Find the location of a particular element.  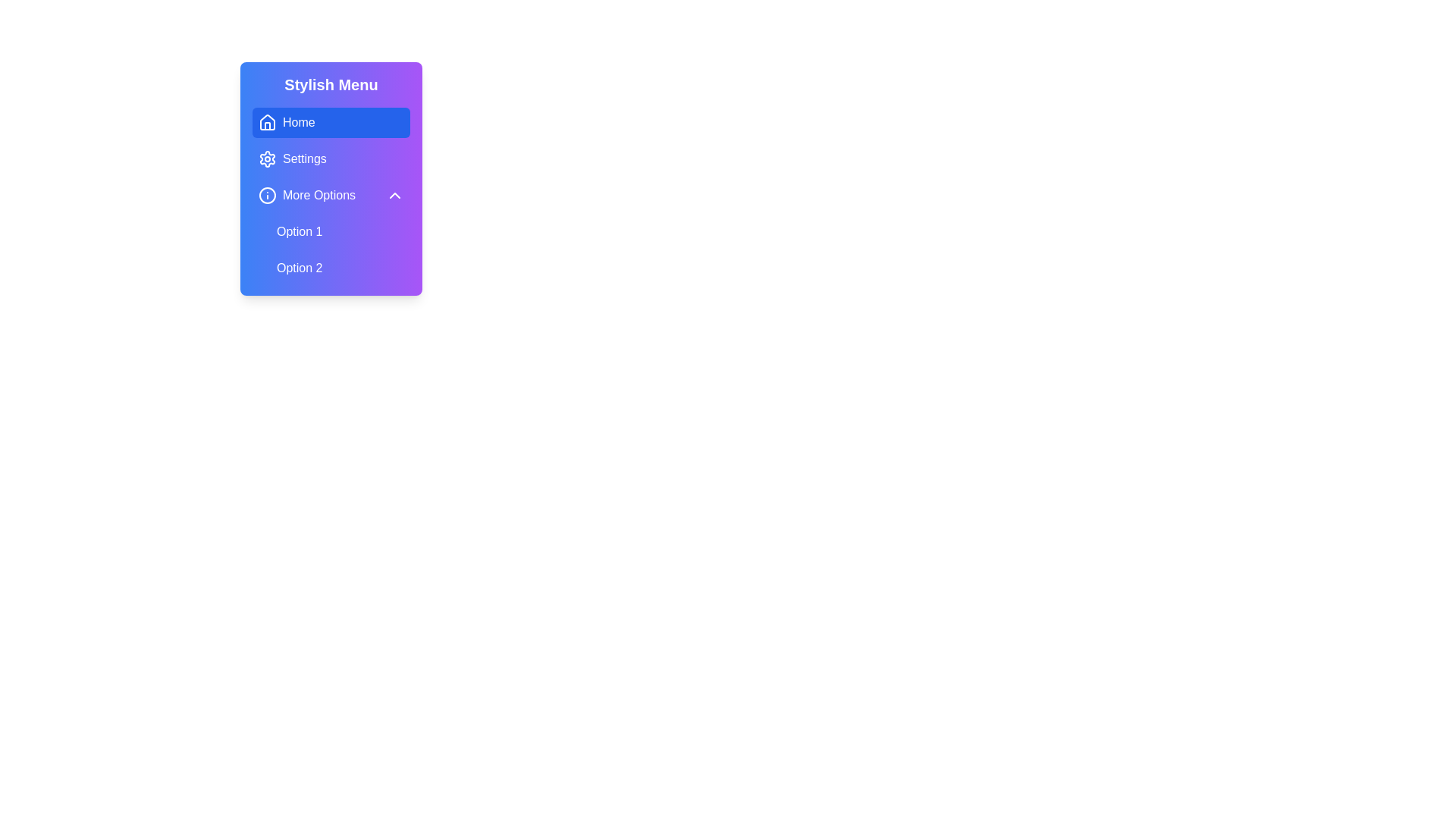

the 'Stylish Menu' Dropdown Menu option is located at coordinates (330, 177).